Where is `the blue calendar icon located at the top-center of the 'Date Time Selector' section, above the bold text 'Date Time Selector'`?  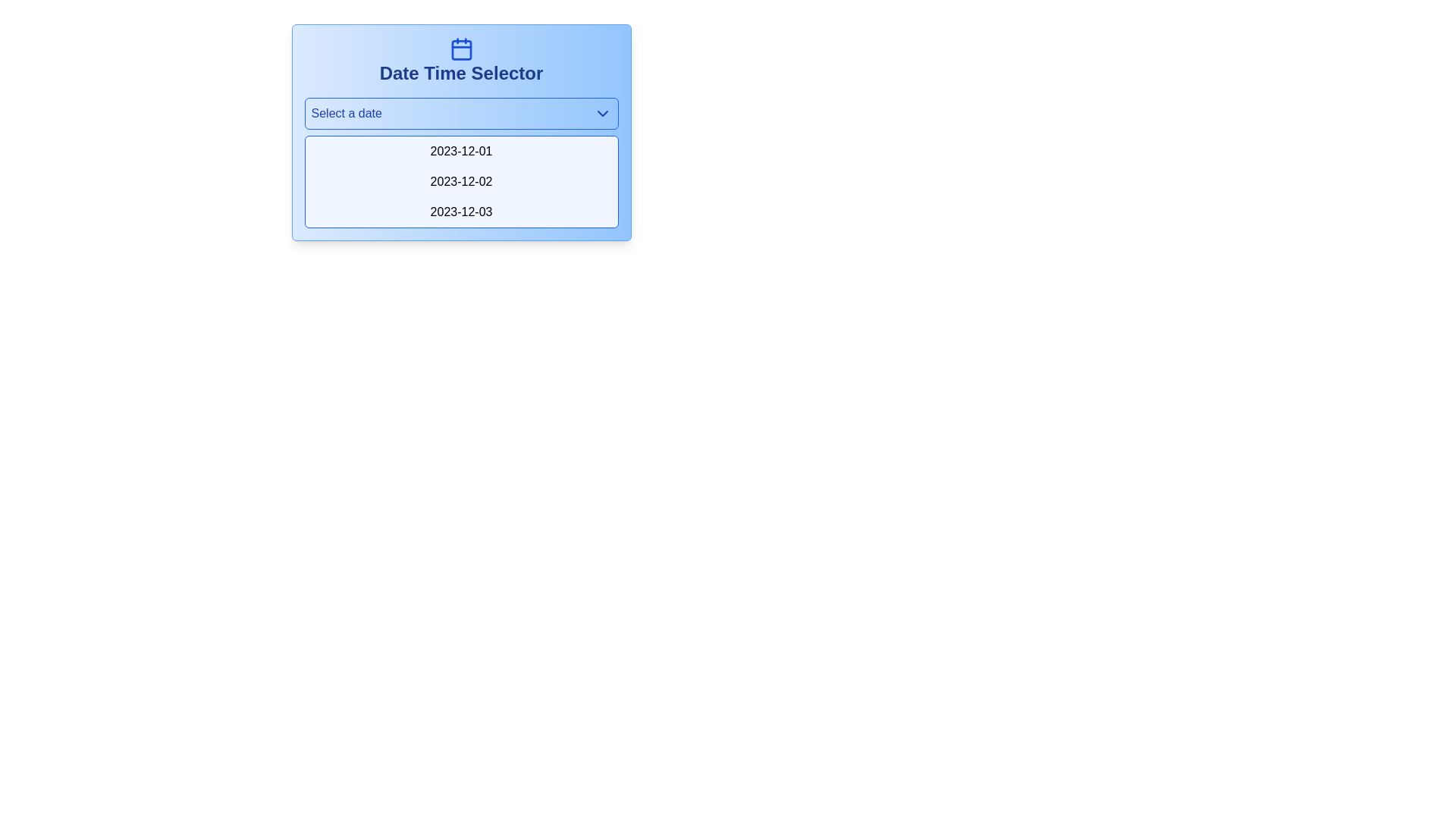 the blue calendar icon located at the top-center of the 'Date Time Selector' section, above the bold text 'Date Time Selector' is located at coordinates (460, 49).